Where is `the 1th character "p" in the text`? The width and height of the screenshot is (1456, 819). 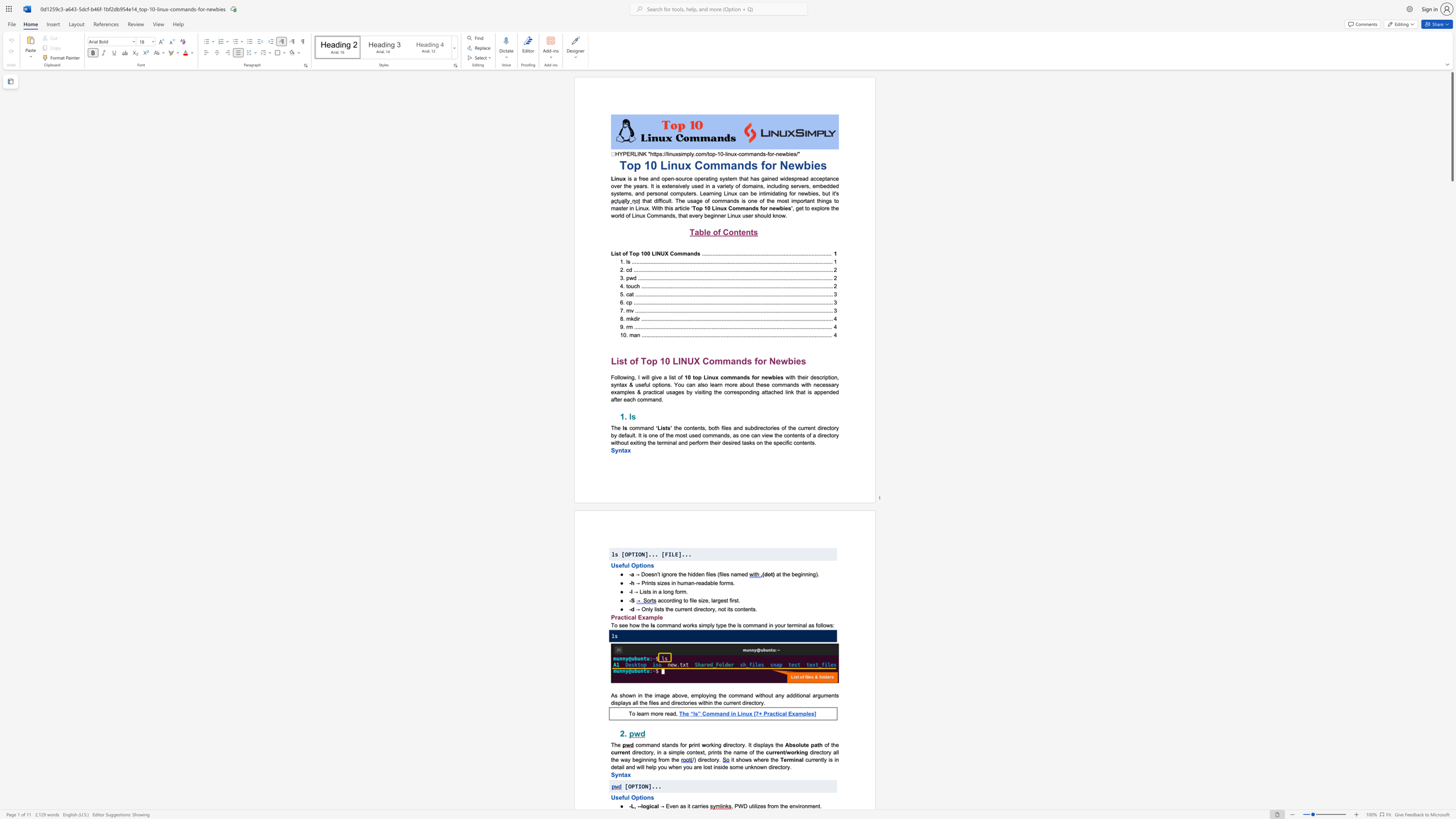 the 1th character "p" in the text is located at coordinates (813, 744).